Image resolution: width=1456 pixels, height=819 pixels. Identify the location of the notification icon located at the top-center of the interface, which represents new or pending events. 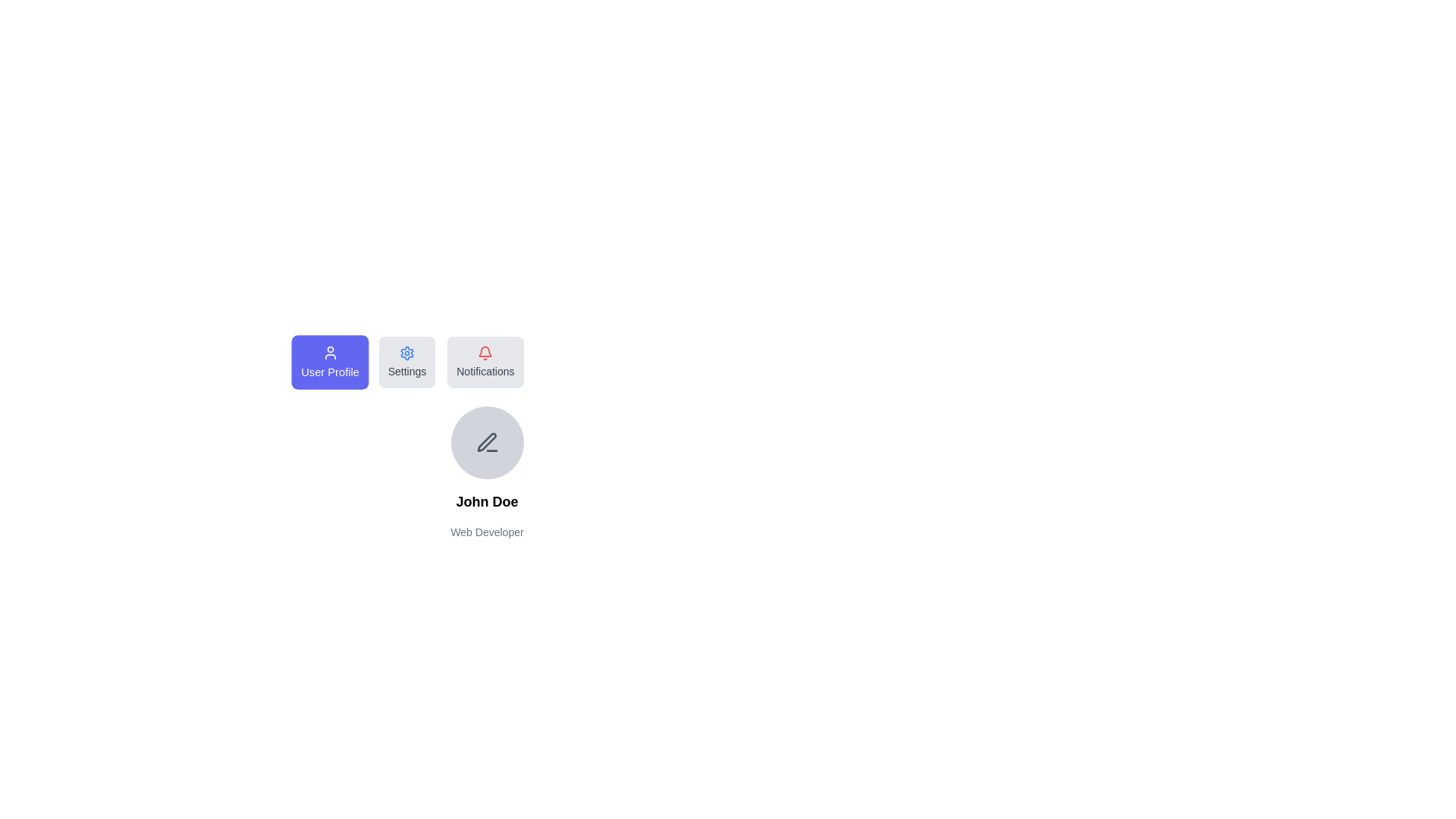
(485, 353).